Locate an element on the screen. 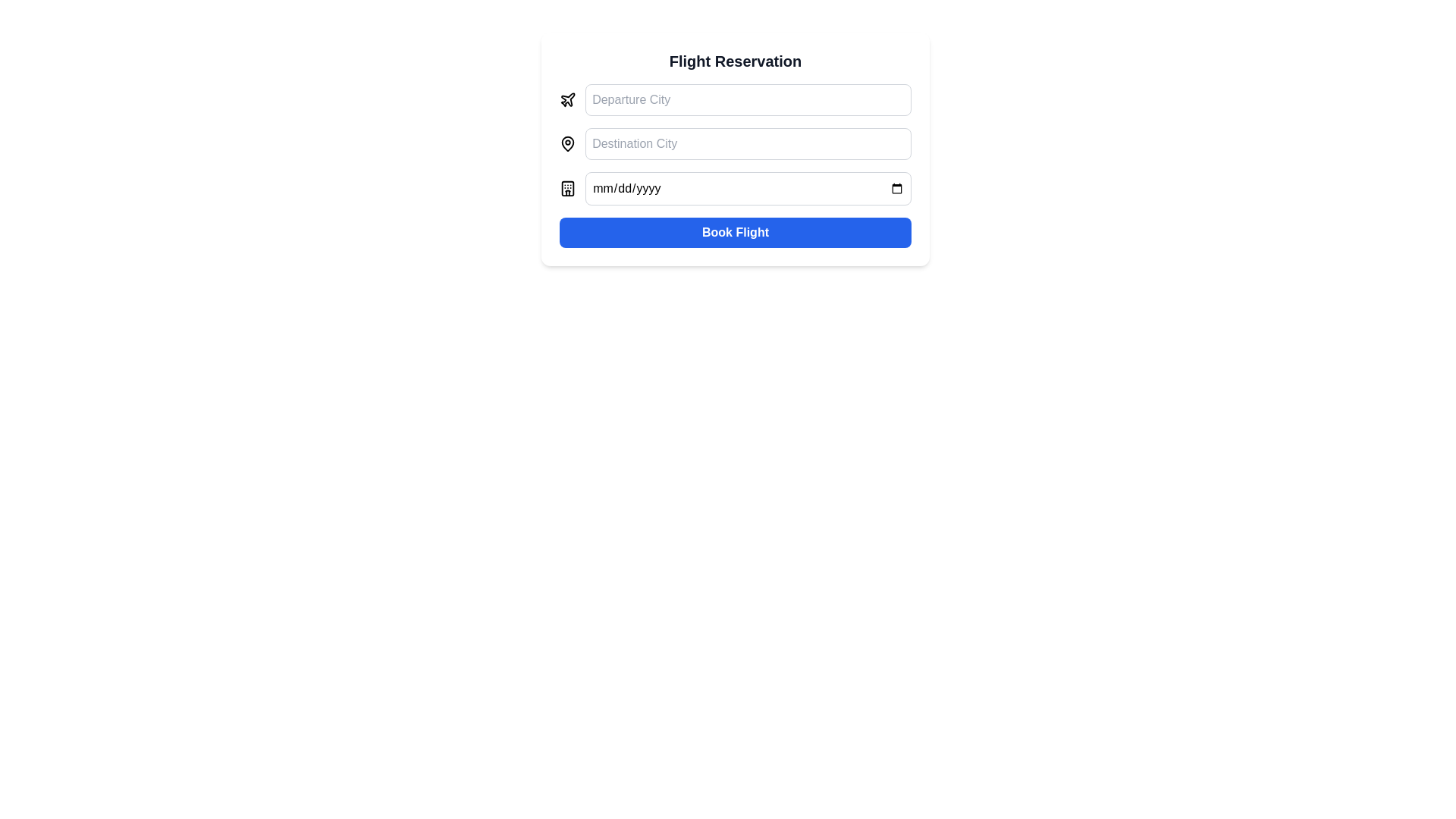 This screenshot has height=819, width=1456. the date-picker input field in the Flight Reservation form to focus and type the date is located at coordinates (735, 188).